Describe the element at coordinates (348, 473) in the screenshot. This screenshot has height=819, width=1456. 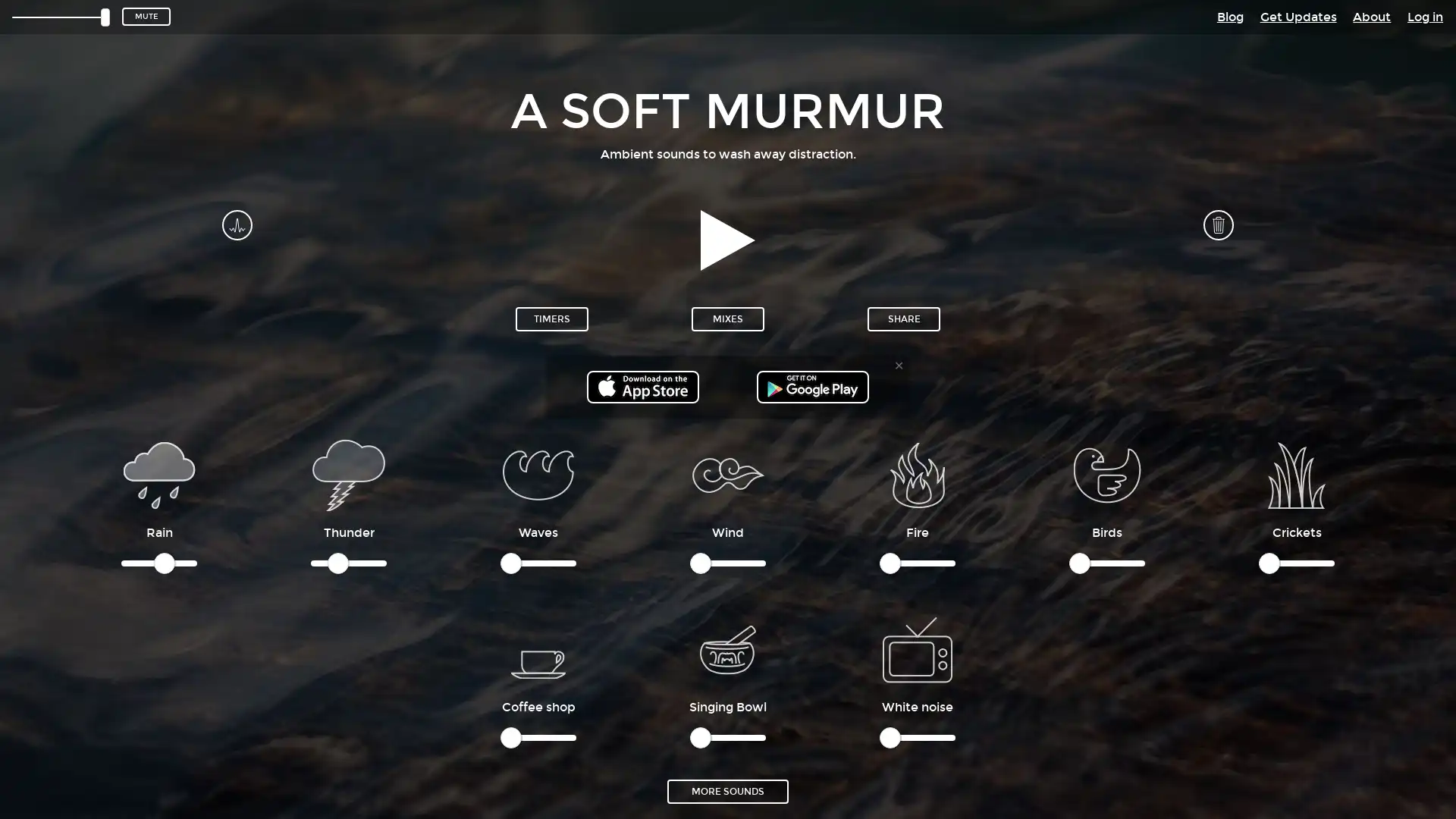
I see `Loading icon` at that location.